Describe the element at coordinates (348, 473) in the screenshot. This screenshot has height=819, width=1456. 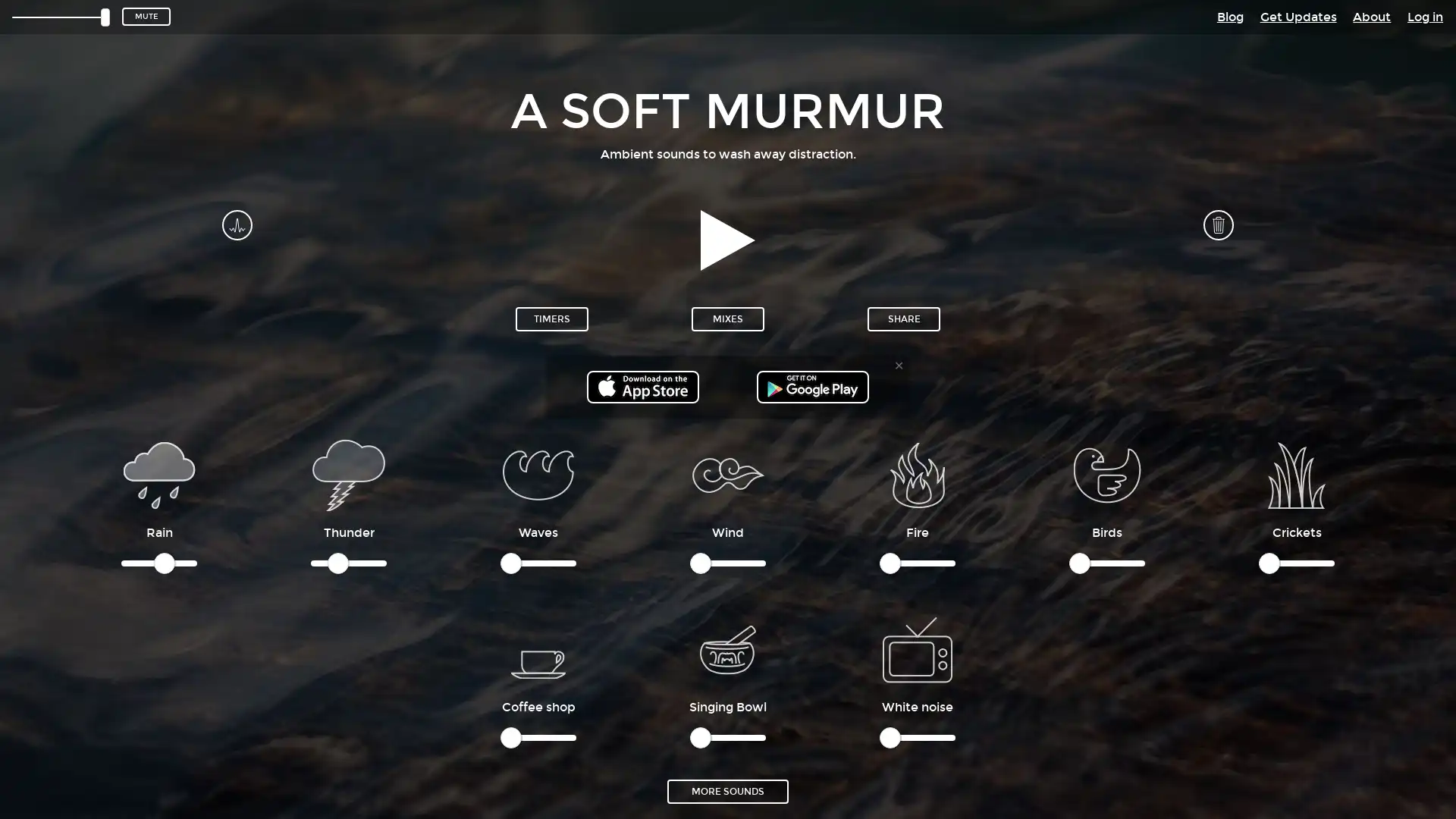
I see `Loading icon` at that location.